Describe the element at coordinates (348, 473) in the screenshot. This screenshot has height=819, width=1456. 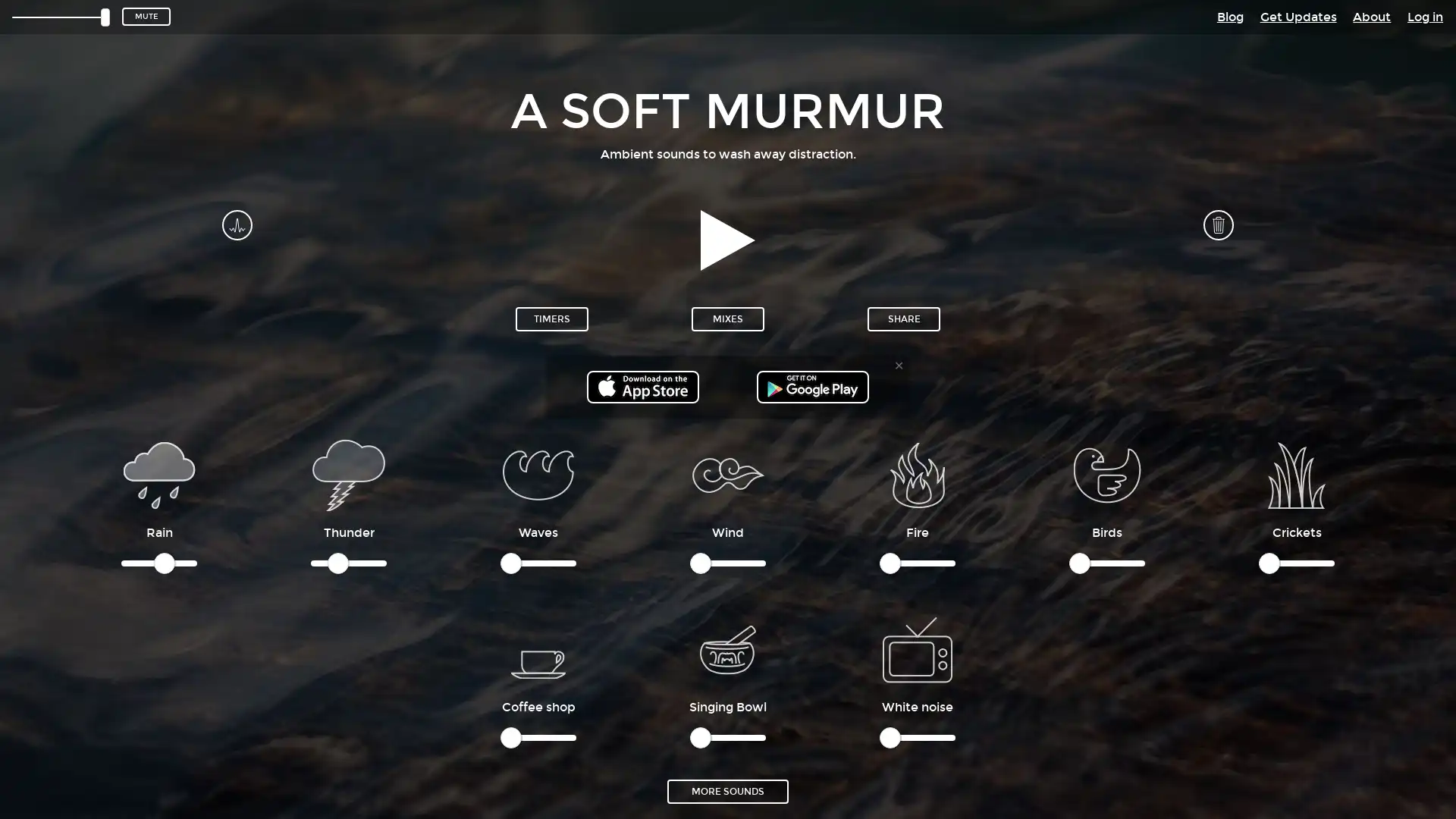
I see `Loading icon` at that location.